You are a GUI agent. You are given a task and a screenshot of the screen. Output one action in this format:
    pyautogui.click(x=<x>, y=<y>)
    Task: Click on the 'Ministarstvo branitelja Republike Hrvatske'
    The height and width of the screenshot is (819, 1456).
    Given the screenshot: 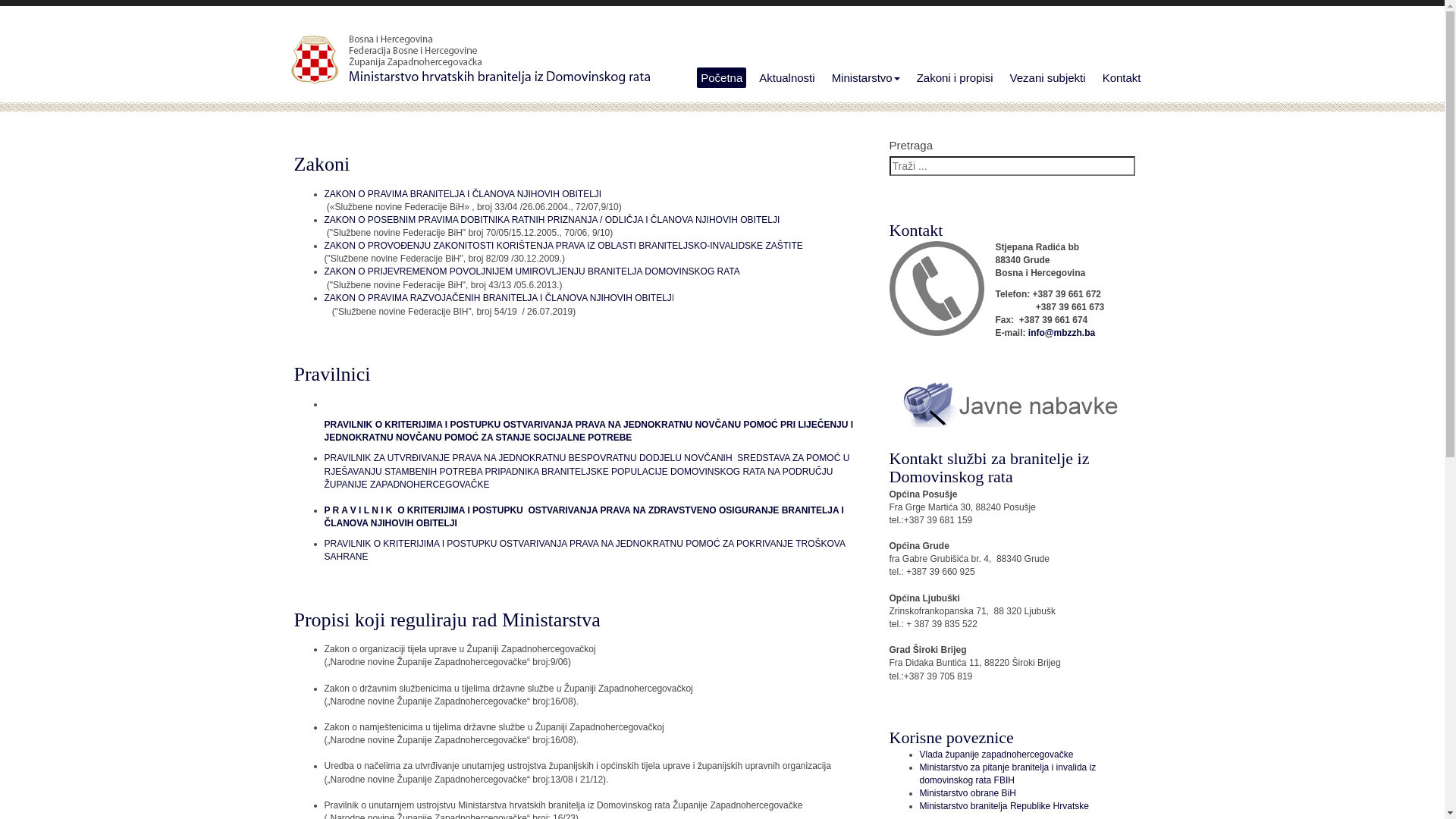 What is the action you would take?
    pyautogui.click(x=1003, y=805)
    